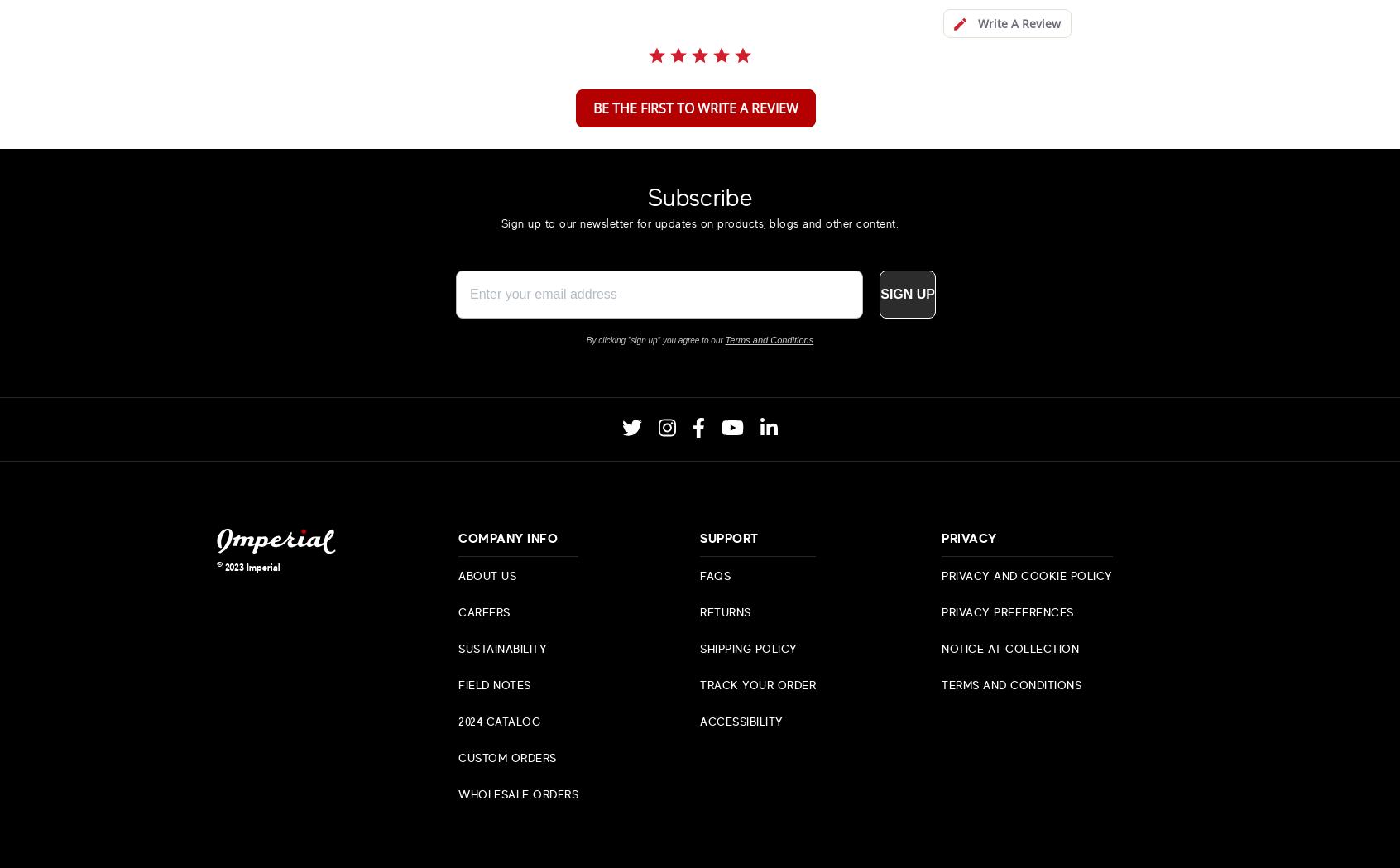 This screenshot has height=868, width=1400. Describe the element at coordinates (501, 647) in the screenshot. I see `'Sustainability'` at that location.